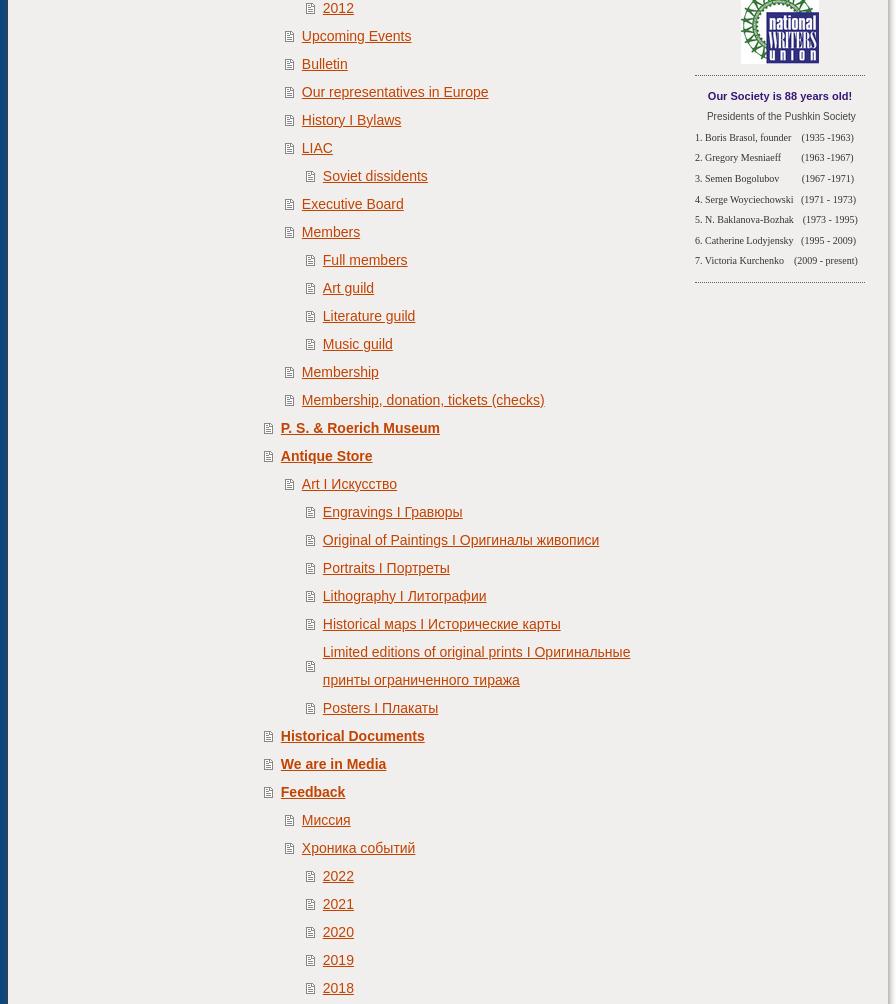 This screenshot has height=1004, width=896. What do you see at coordinates (300, 145) in the screenshot?
I see `'LIAC'` at bounding box center [300, 145].